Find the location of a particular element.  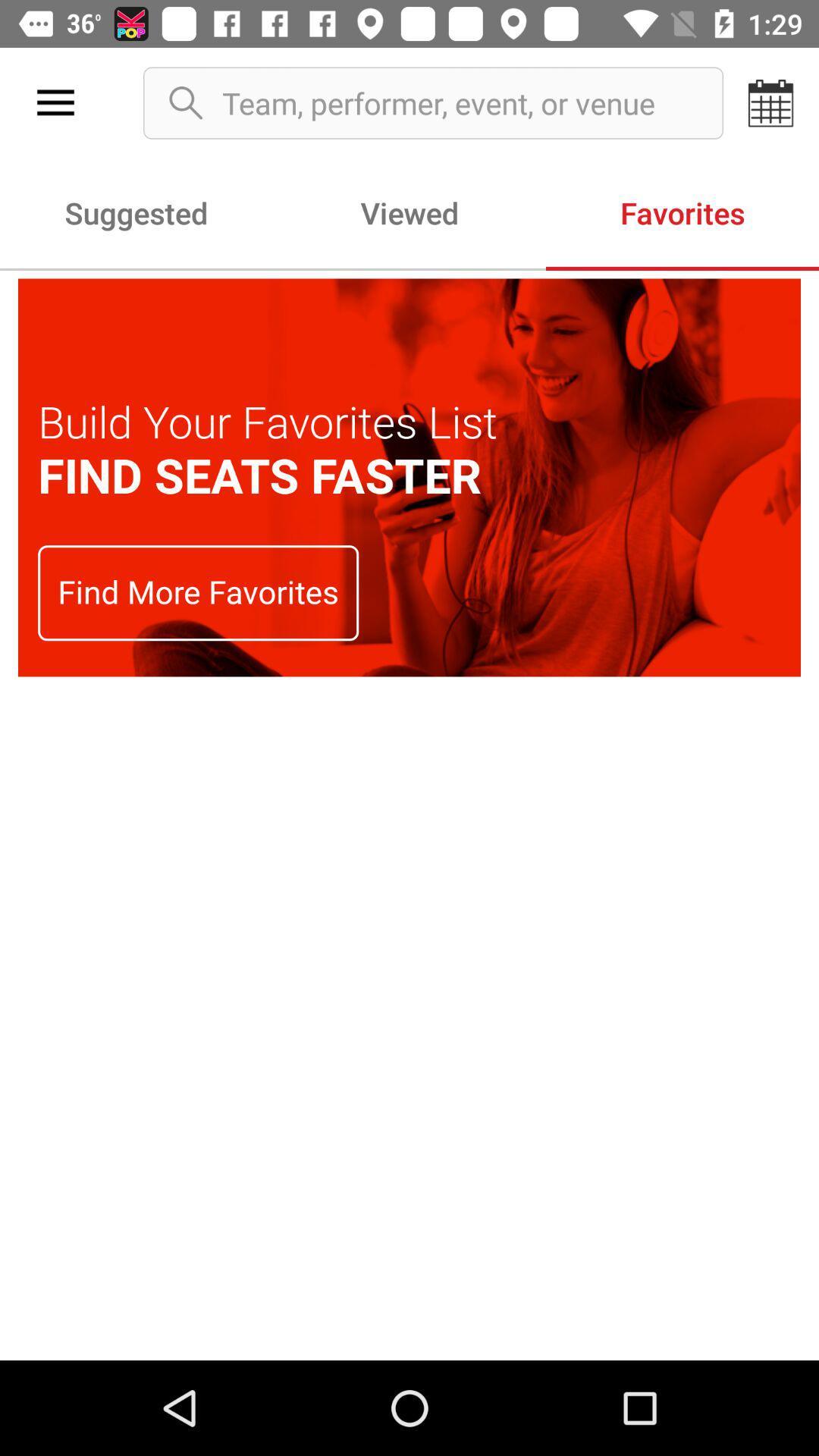

the icon next to the favorites icon is located at coordinates (409, 212).